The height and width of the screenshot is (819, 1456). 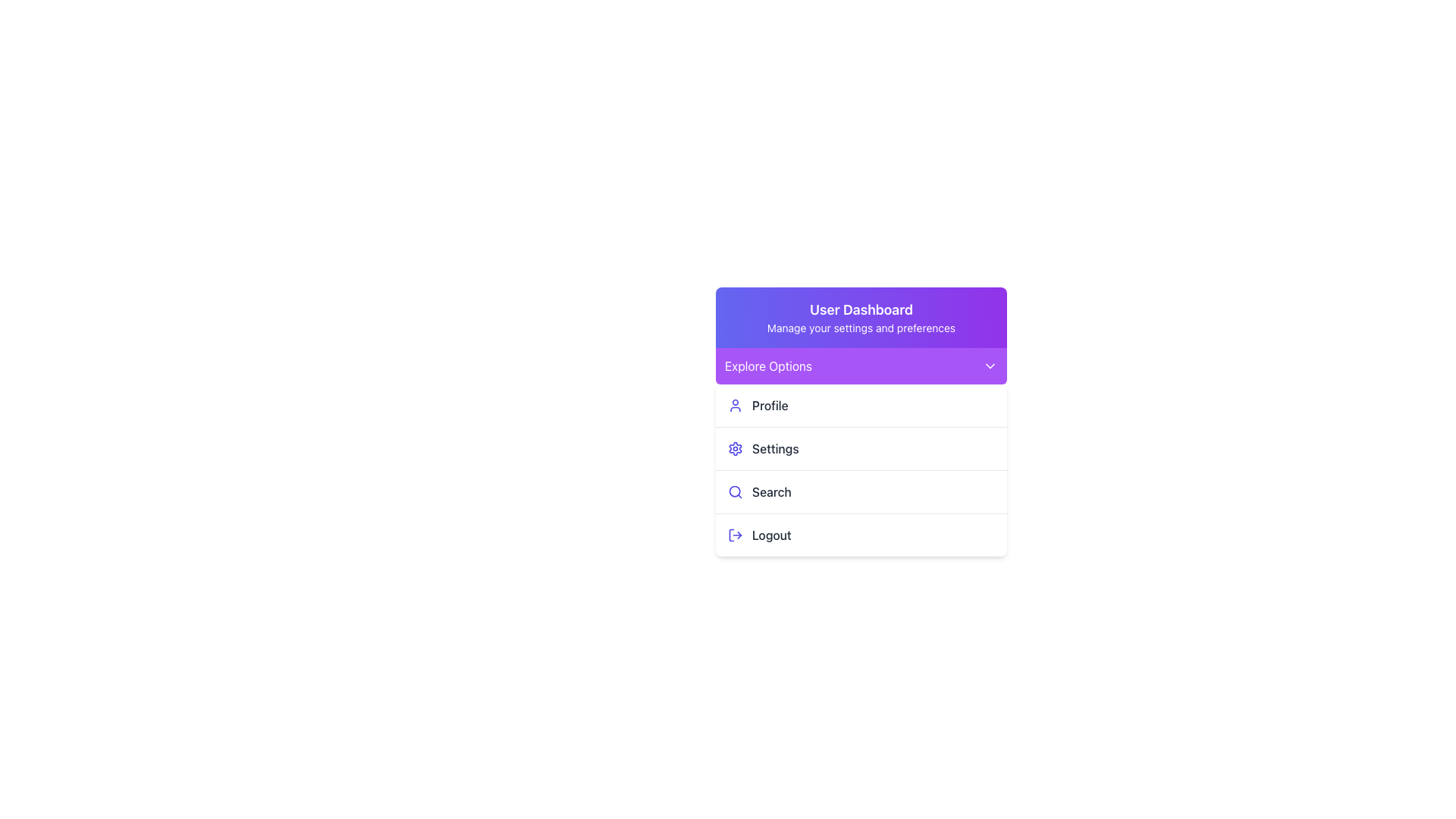 I want to click on the Settings menu icon located to the left of the 'Settings' text label in the 'Explore Options' dropdown menu, so click(x=735, y=447).